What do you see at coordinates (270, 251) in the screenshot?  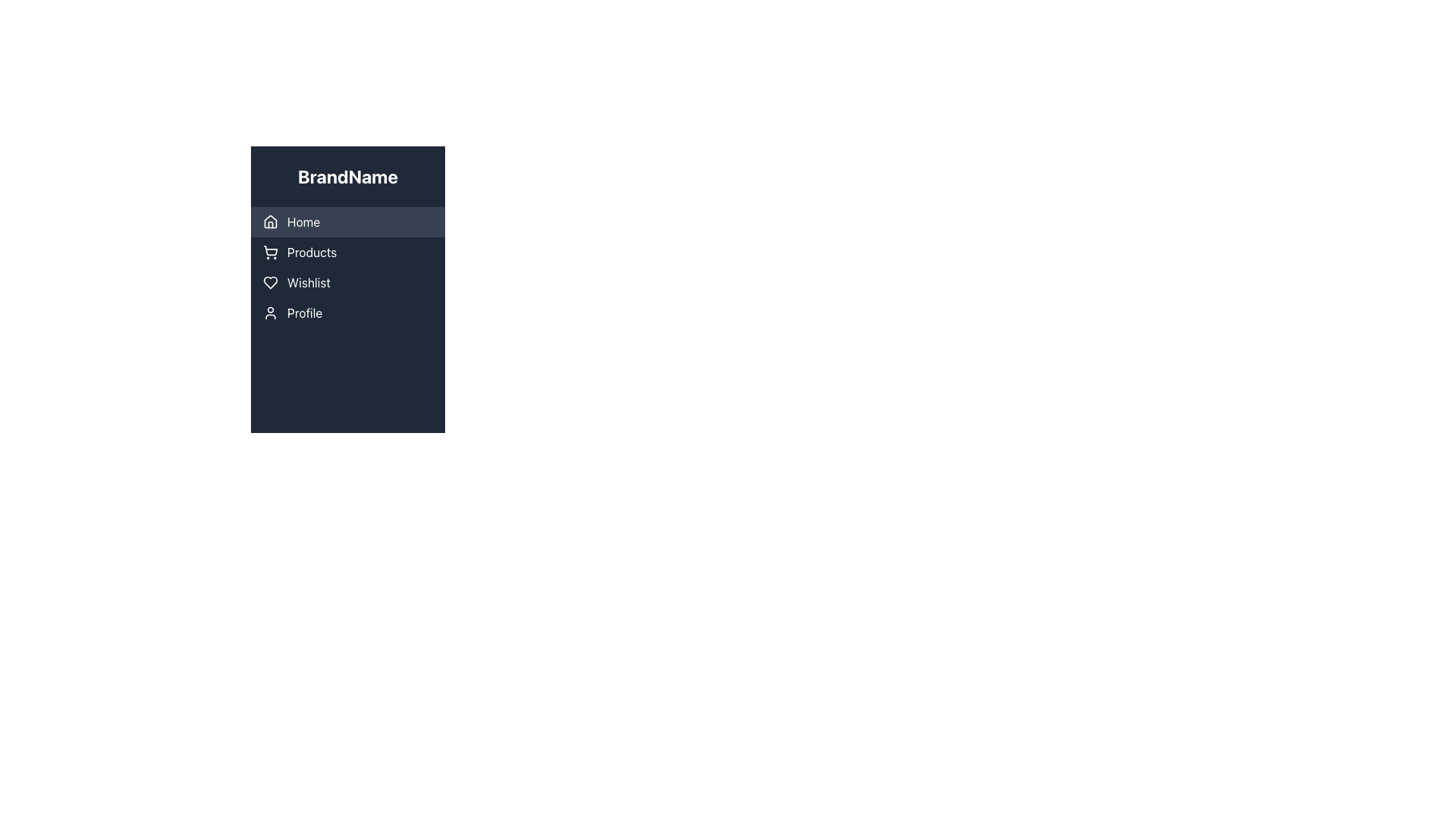 I see `the shopping cart icon, which is the leftmost element in the horizontal layout row labeled 'Products' in the vertical navigational menu` at bounding box center [270, 251].